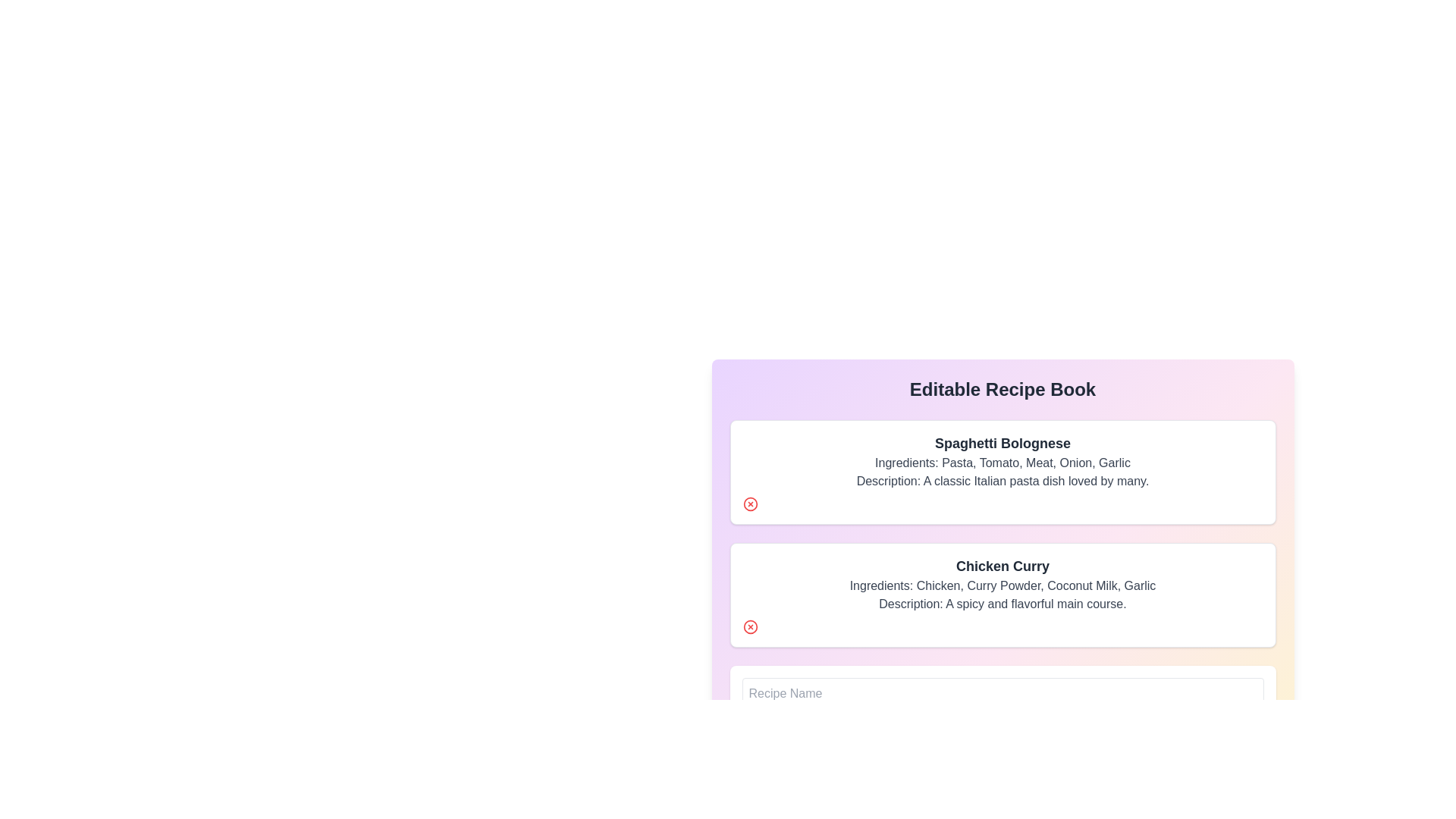 The image size is (1456, 819). I want to click on the SVG circle element representing the delete button for the recipe item 'Spaghetti Bolognese' in the recipe editor interface for assistive technologies, so click(750, 626).